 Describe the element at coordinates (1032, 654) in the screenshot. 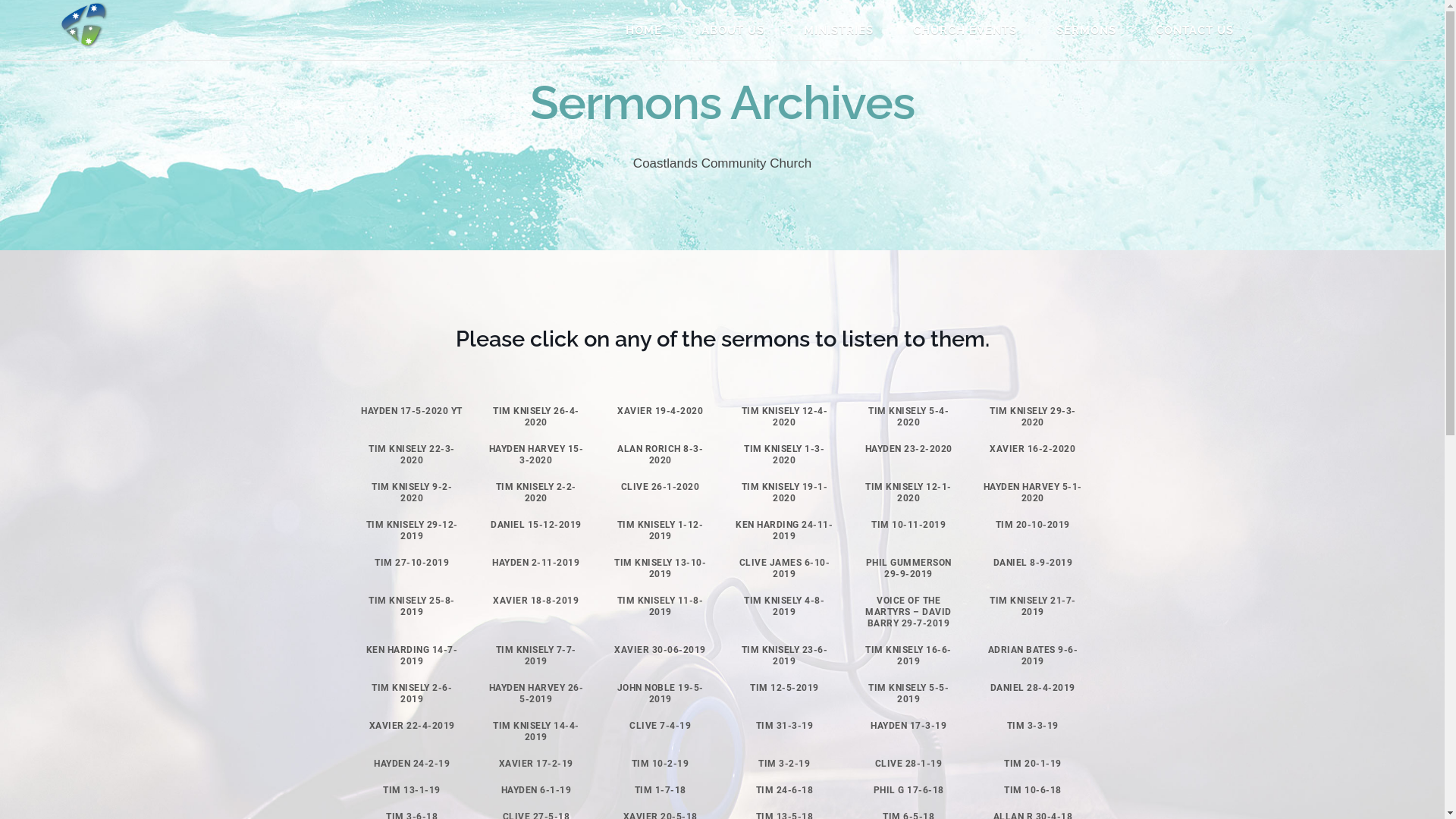

I see `'ADRIAN BATES 9-6-2019'` at that location.